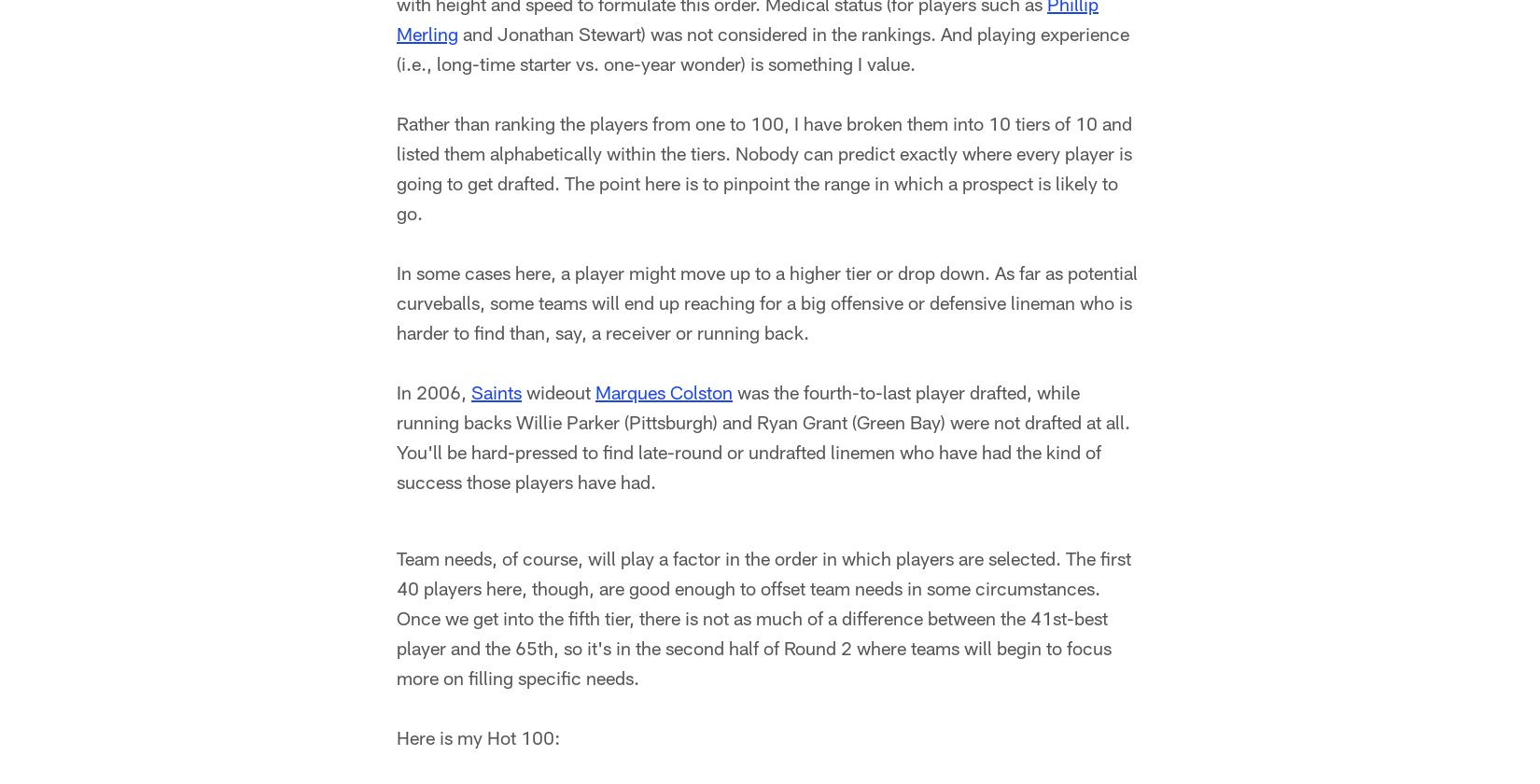 Image resolution: width=1540 pixels, height=784 pixels. I want to click on 'Saints', so click(495, 396).